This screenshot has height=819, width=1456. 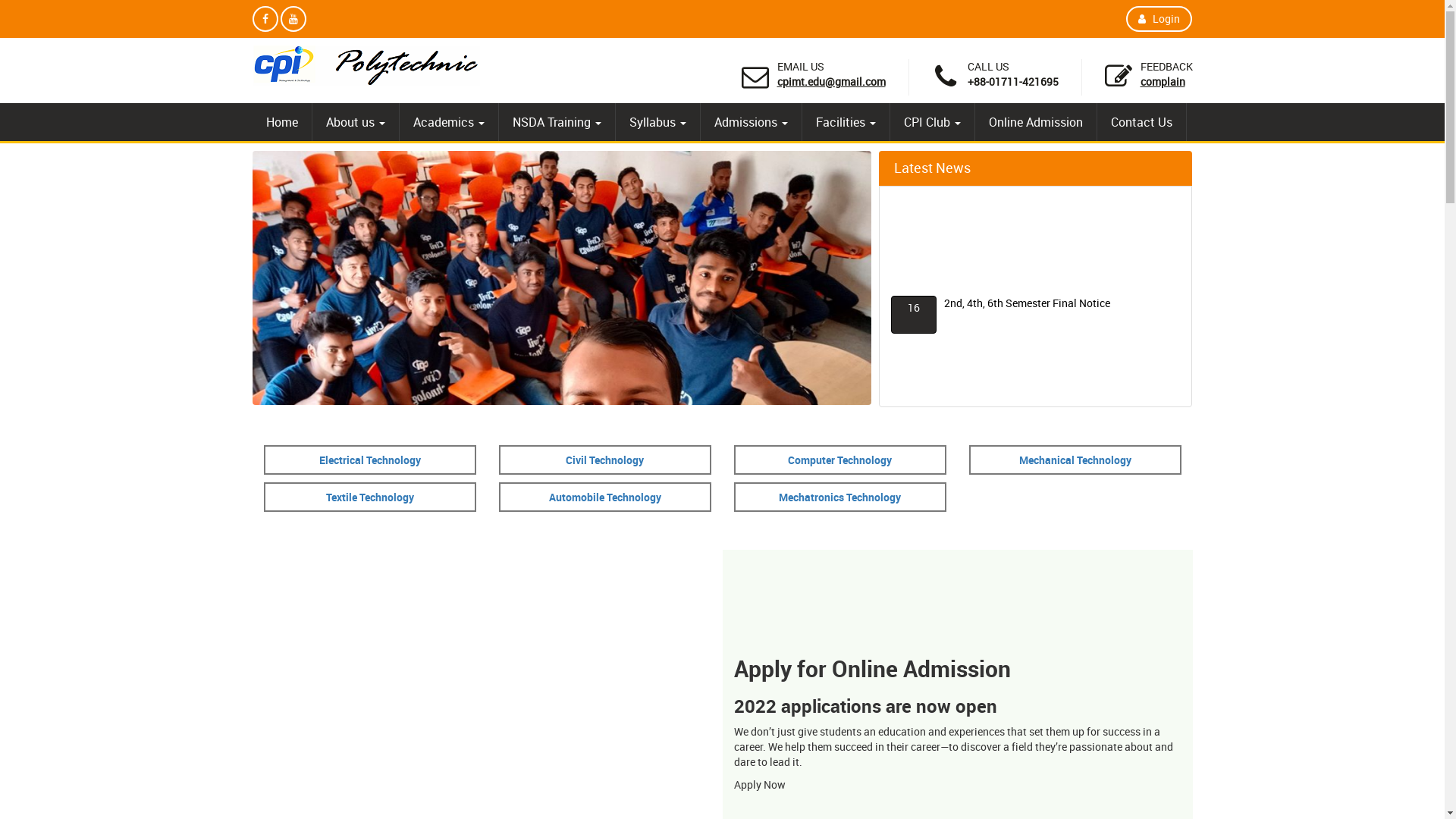 What do you see at coordinates (318, 459) in the screenshot?
I see `'Electrical Technology'` at bounding box center [318, 459].